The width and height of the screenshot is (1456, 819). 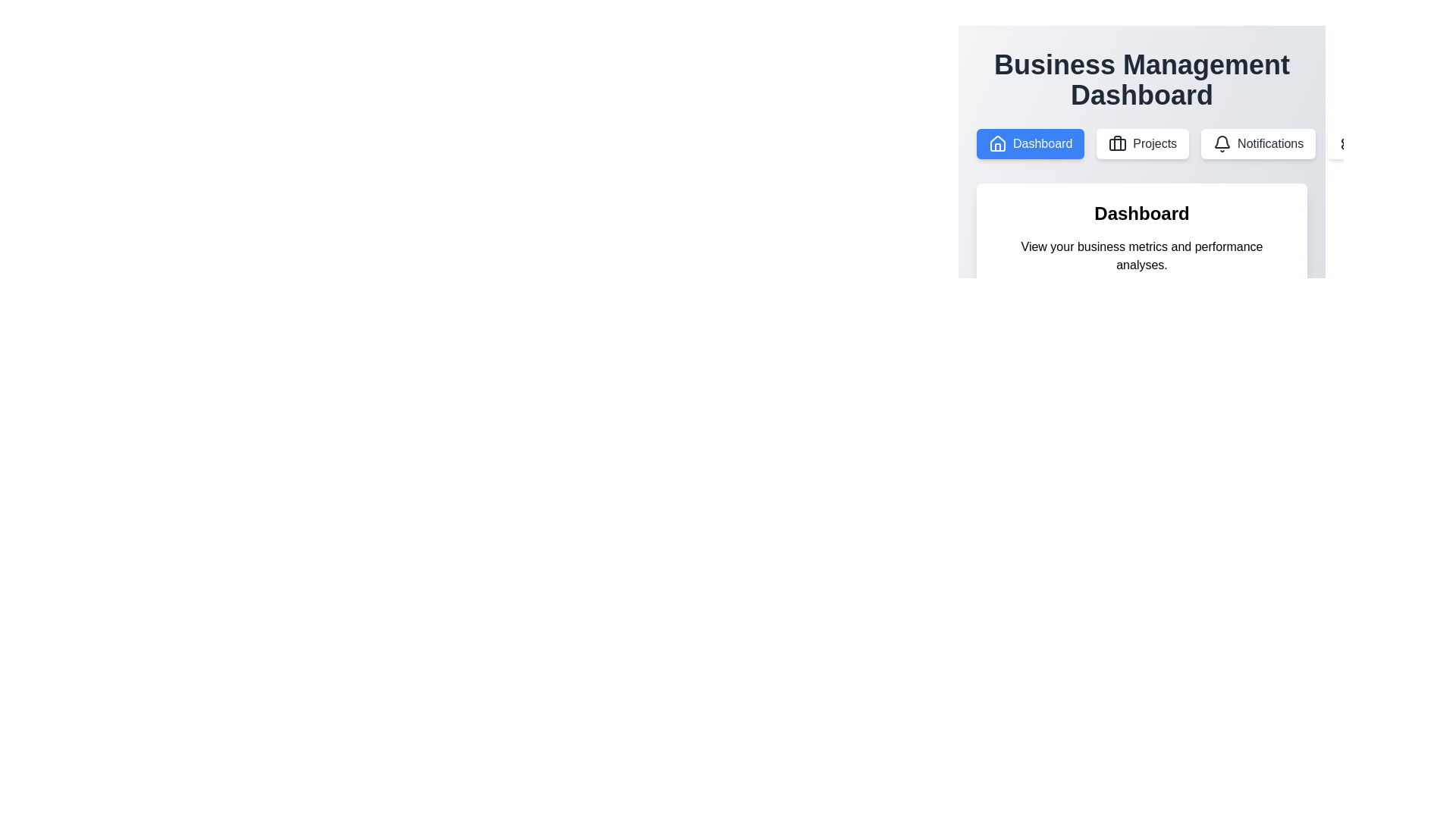 What do you see at coordinates (1143, 143) in the screenshot?
I see `the 'Projects' navigation button` at bounding box center [1143, 143].